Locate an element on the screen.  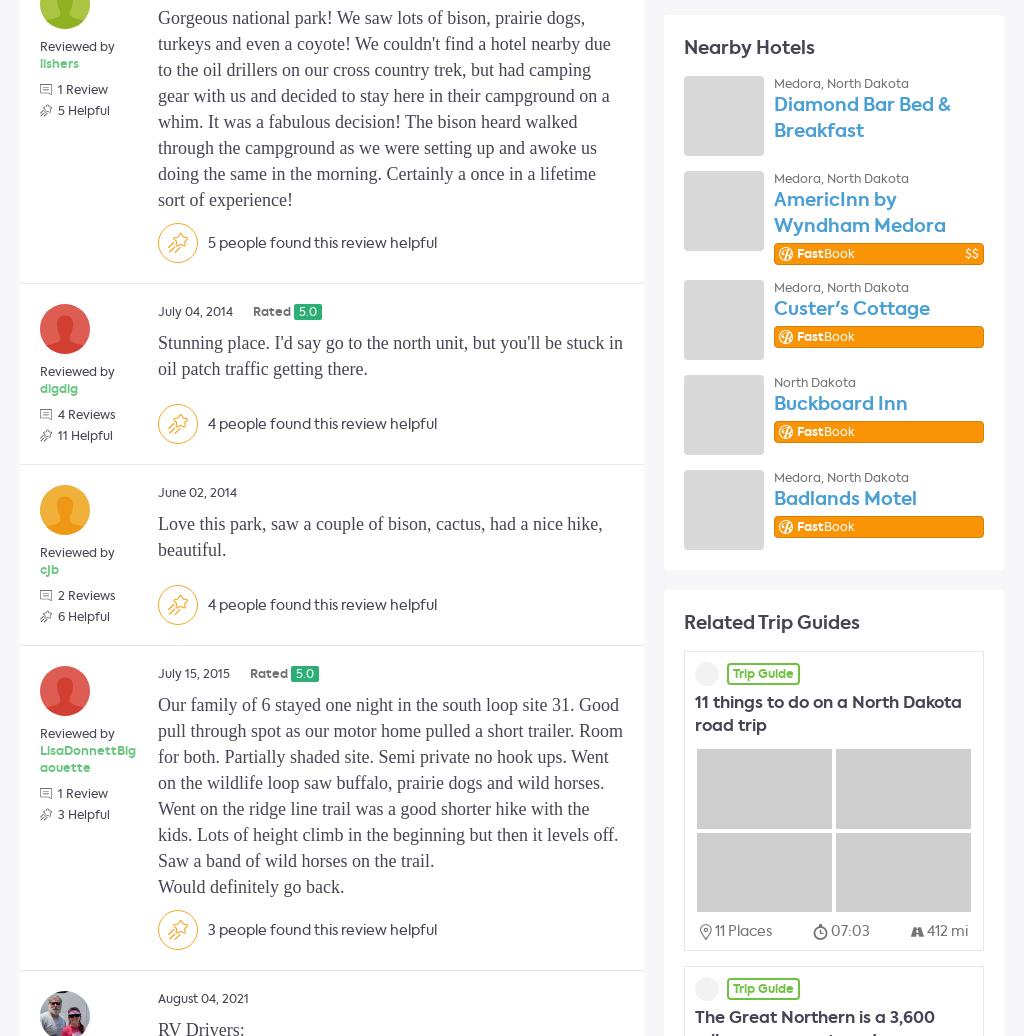
'11 Helpful' is located at coordinates (84, 435).